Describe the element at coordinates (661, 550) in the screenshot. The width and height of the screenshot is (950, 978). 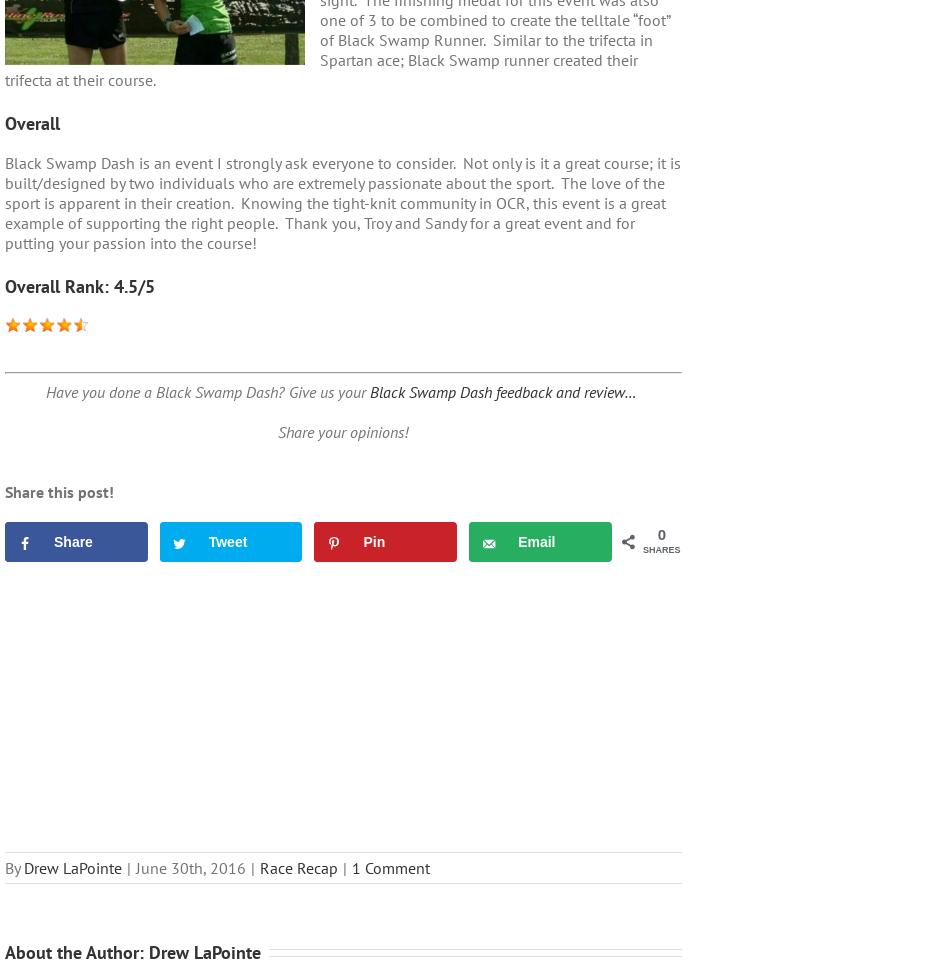
I see `'shares'` at that location.